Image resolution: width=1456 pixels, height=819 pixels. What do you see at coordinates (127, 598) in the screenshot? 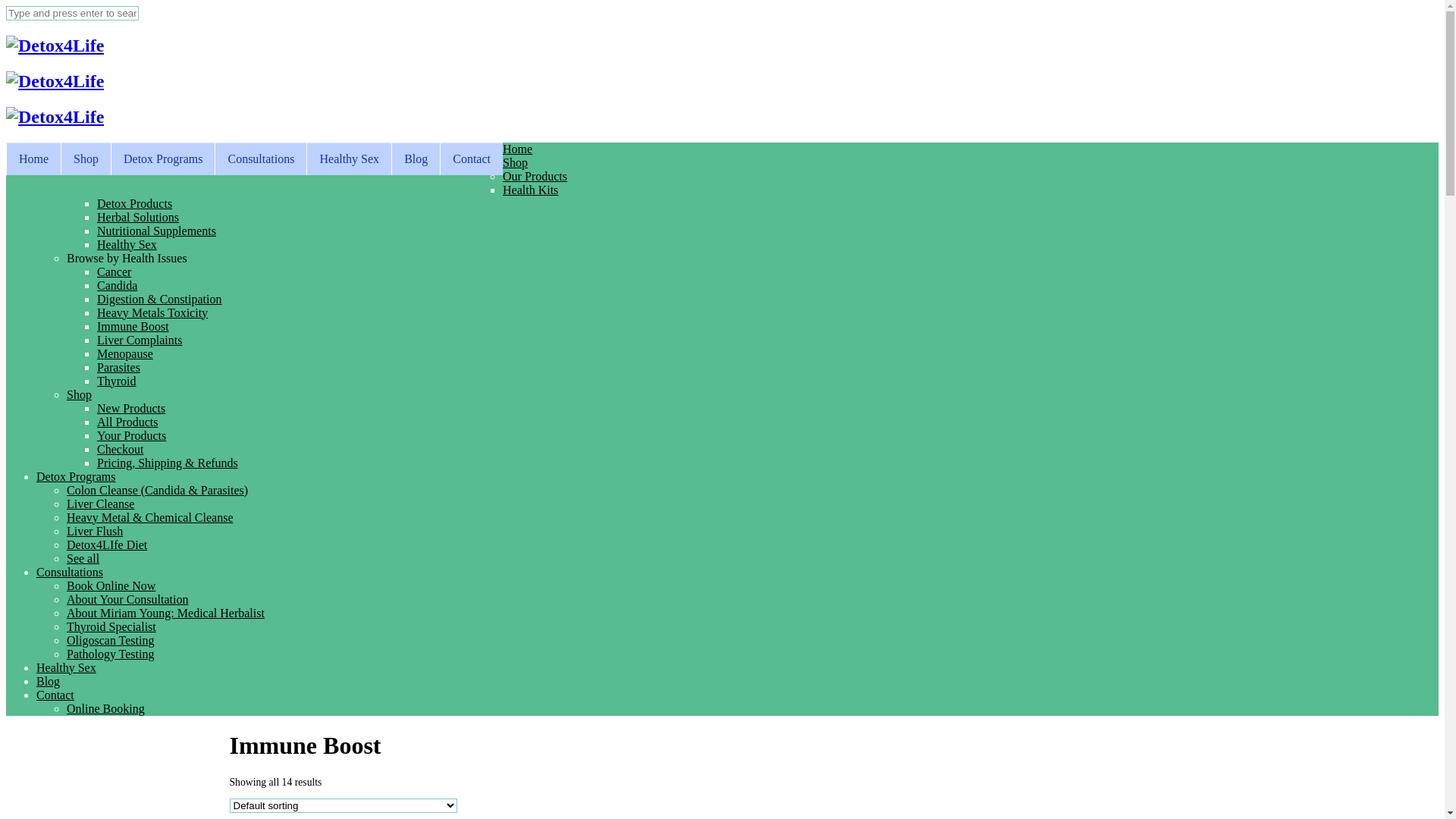
I see `'About Your Consultation'` at bounding box center [127, 598].